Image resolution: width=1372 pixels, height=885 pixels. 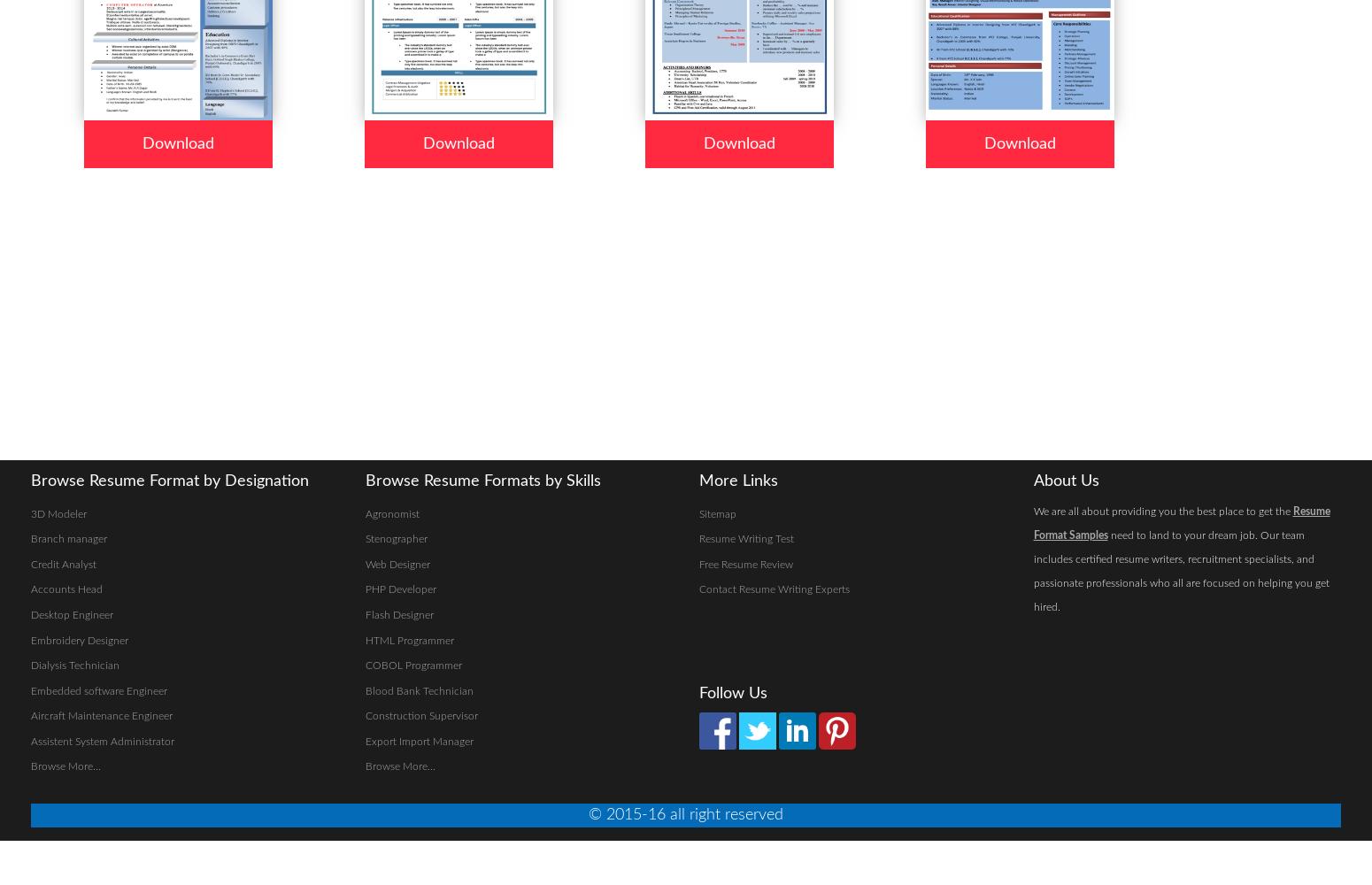 What do you see at coordinates (1180, 570) in the screenshot?
I see `'need to land to your dream job. Our team includes certified resume writers, recruitment specialists, and passionate professionals who all are focused on helping you get hired.'` at bounding box center [1180, 570].